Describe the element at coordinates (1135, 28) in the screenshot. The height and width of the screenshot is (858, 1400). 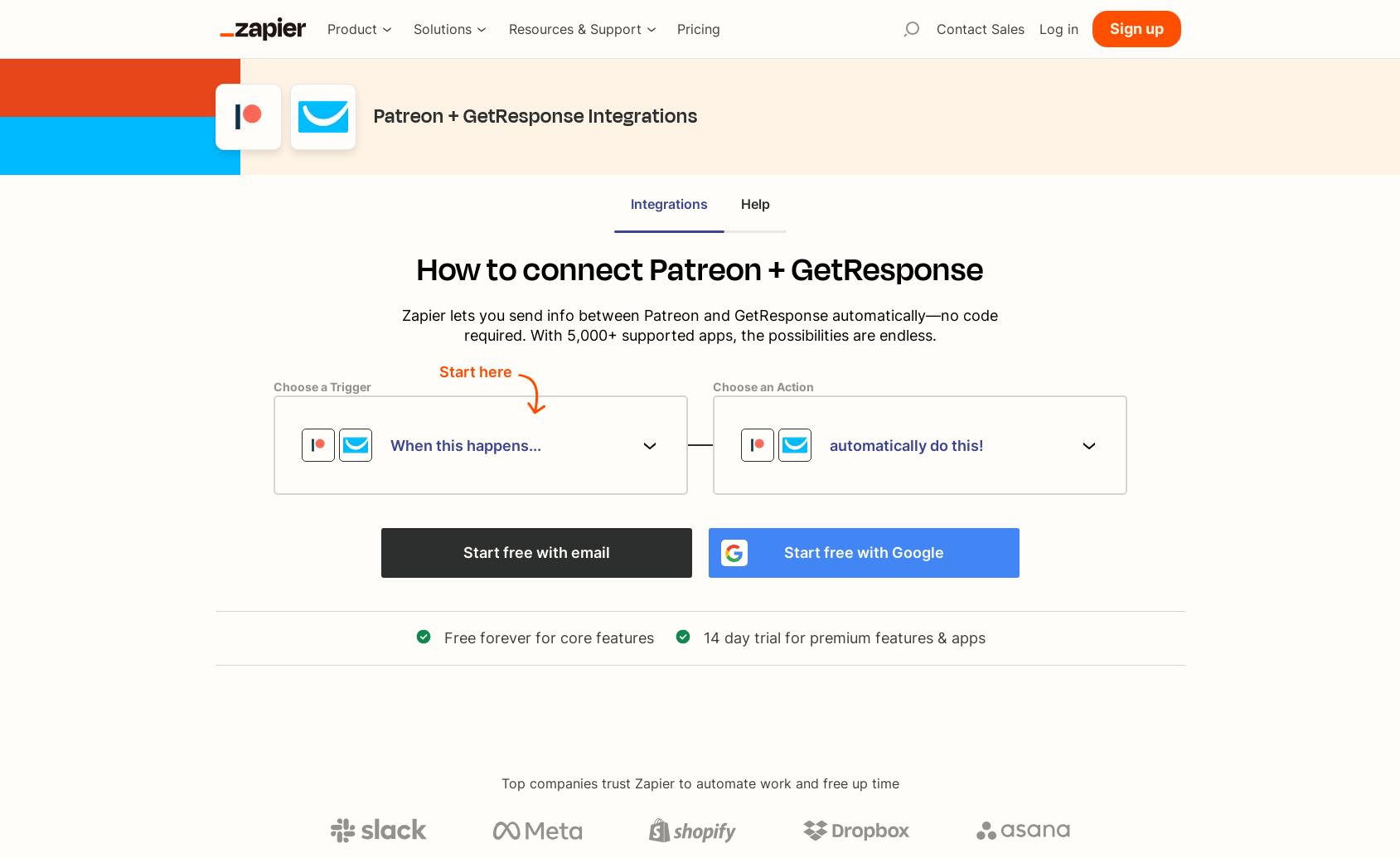
I see `'Sign up'` at that location.